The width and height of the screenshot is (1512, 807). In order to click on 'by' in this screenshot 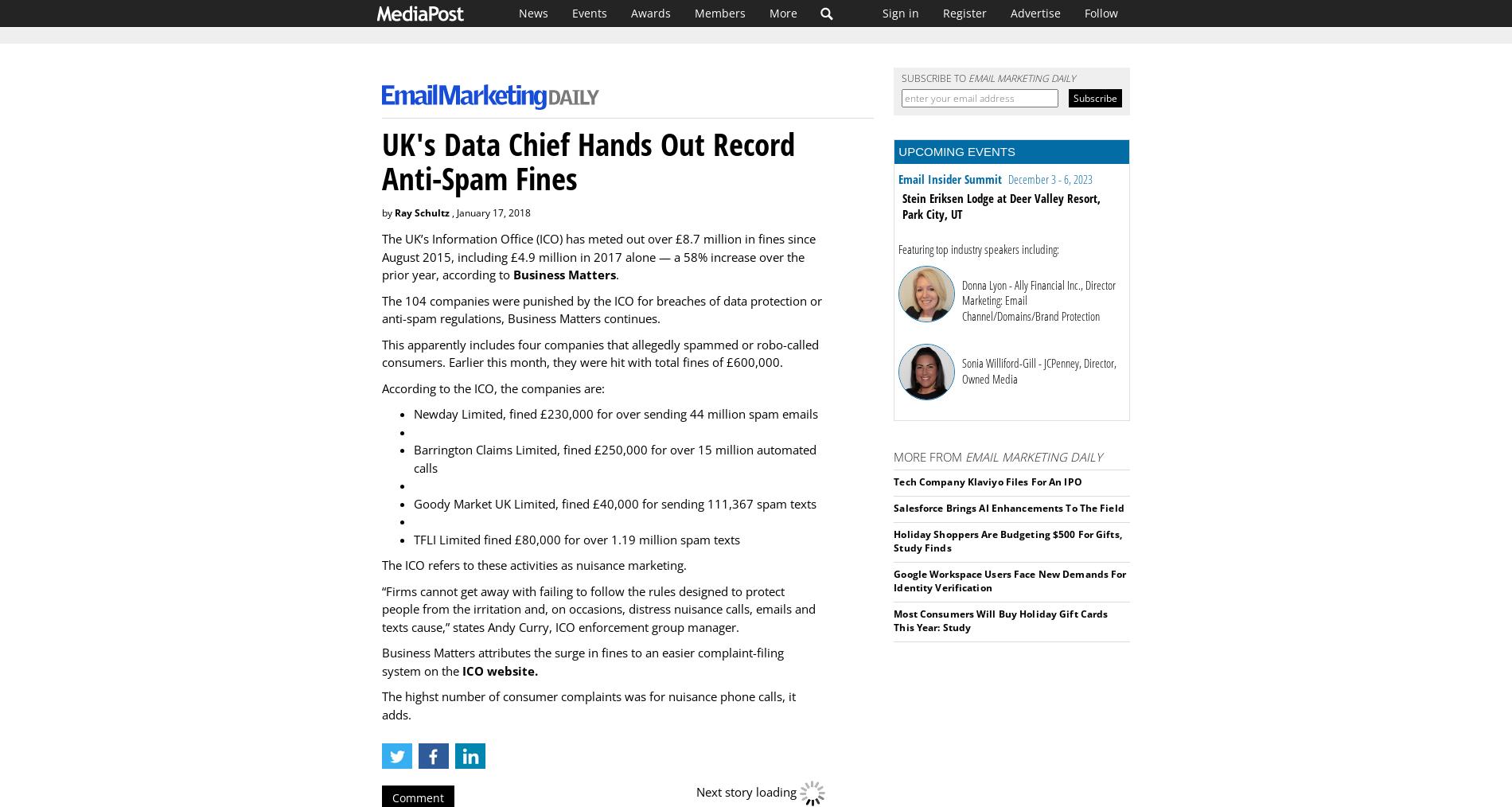, I will do `click(388, 212)`.